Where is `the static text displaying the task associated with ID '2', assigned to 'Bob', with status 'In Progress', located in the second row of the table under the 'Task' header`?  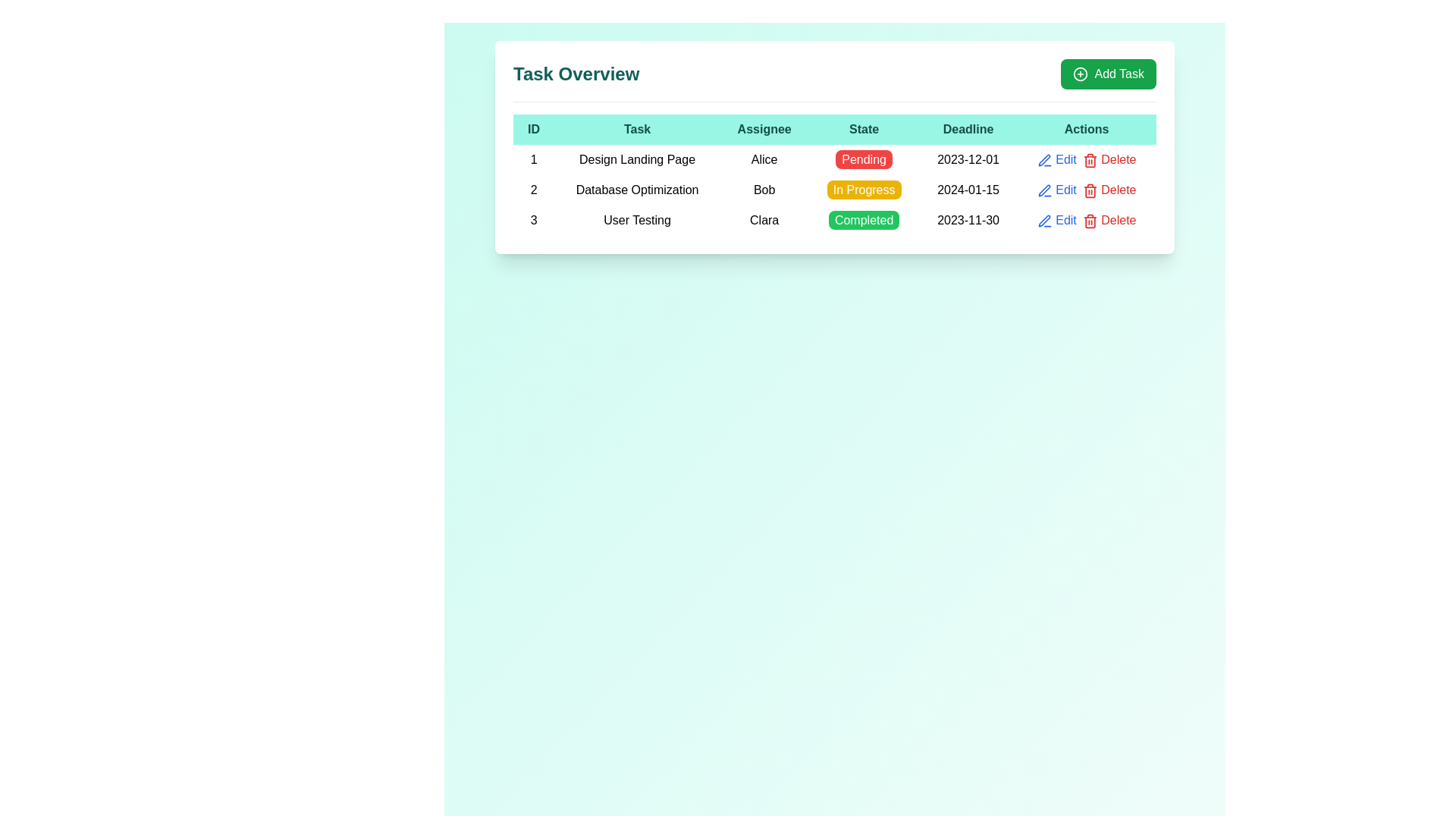
the static text displaying the task associated with ID '2', assigned to 'Bob', with status 'In Progress', located in the second row of the table under the 'Task' header is located at coordinates (637, 189).